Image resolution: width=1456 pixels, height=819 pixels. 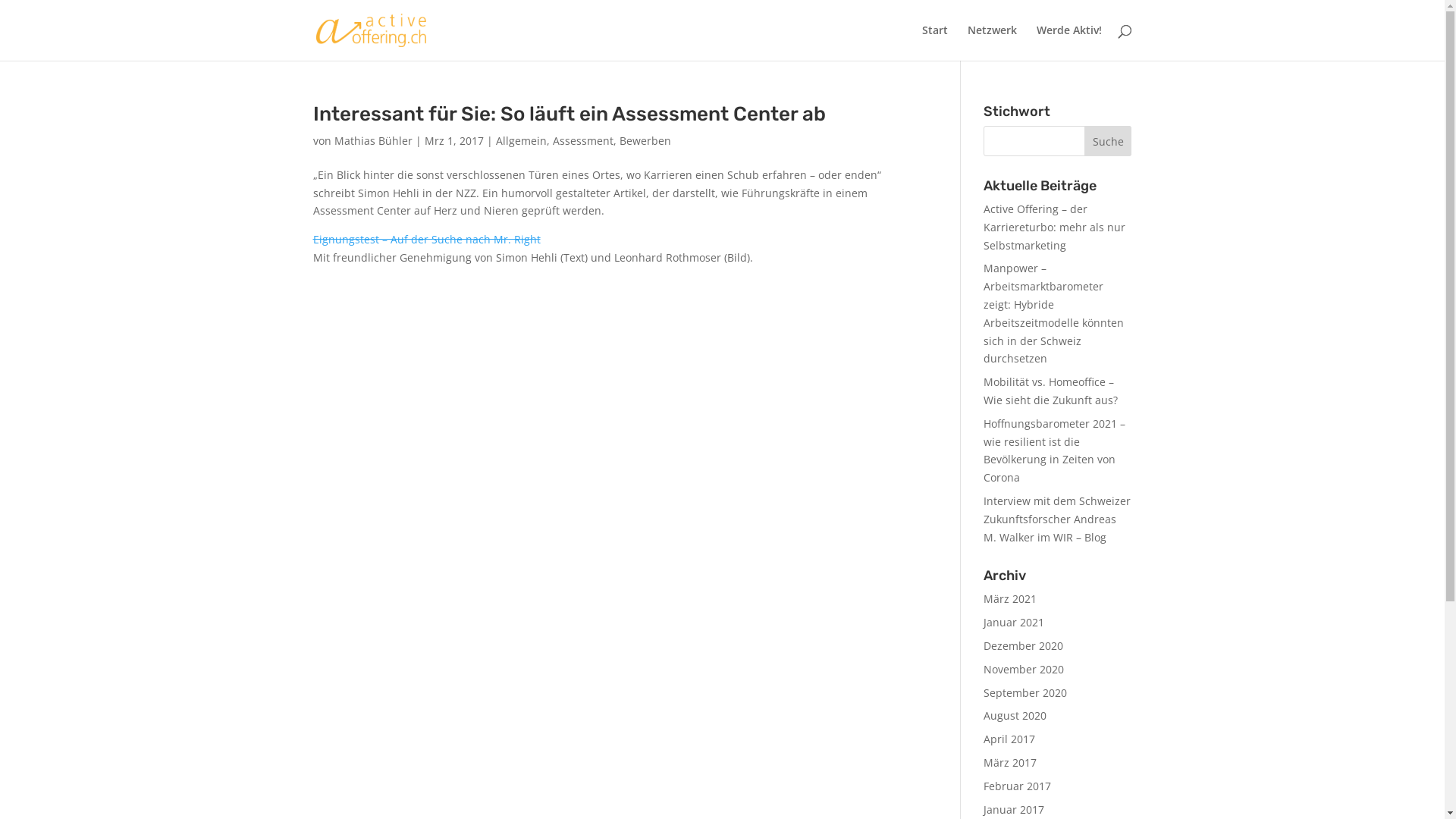 What do you see at coordinates (1025, 692) in the screenshot?
I see `'September 2020'` at bounding box center [1025, 692].